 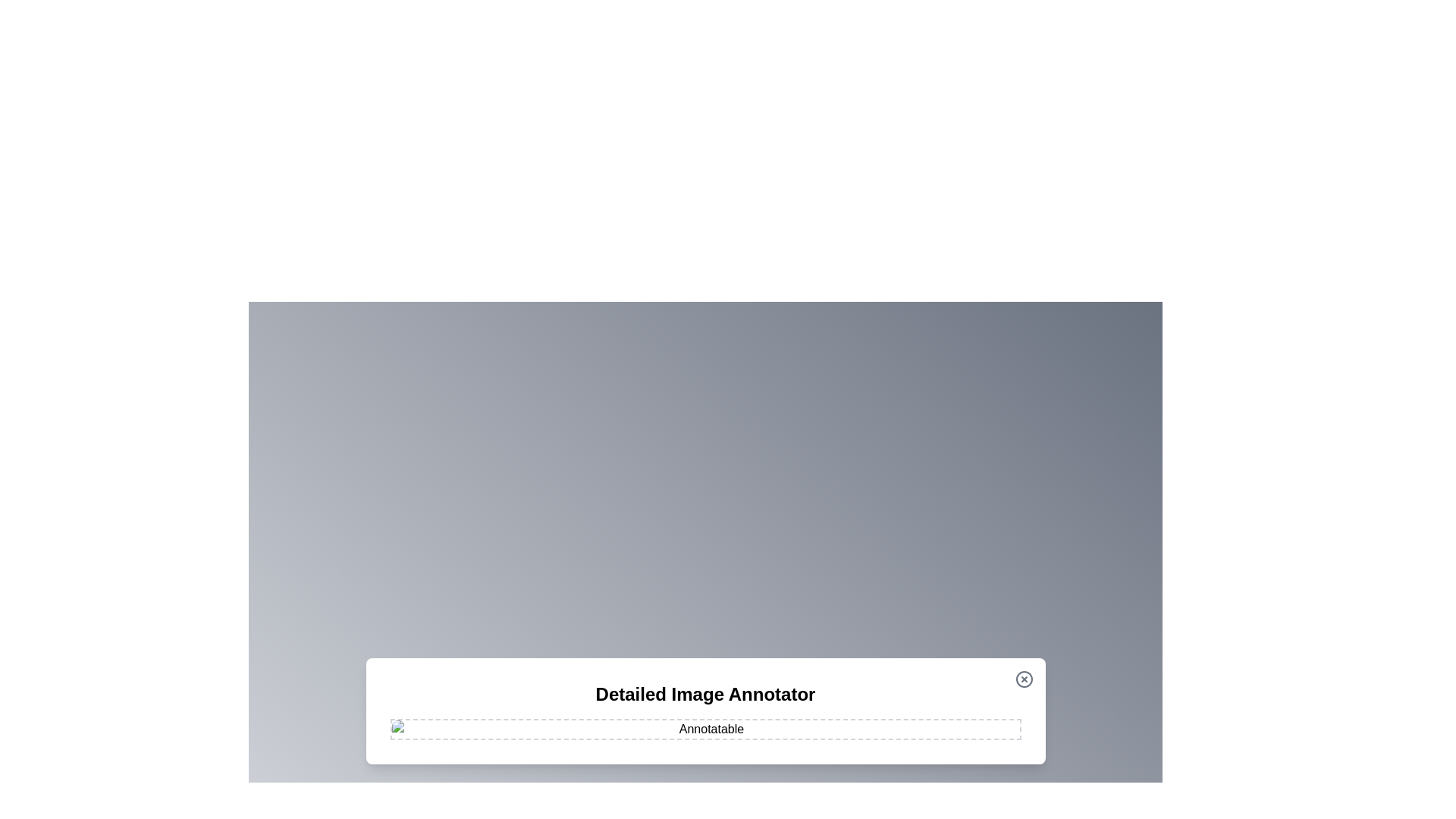 I want to click on the image at coordinates (613, 962) to add an annotation, so click(x=464, y=728).